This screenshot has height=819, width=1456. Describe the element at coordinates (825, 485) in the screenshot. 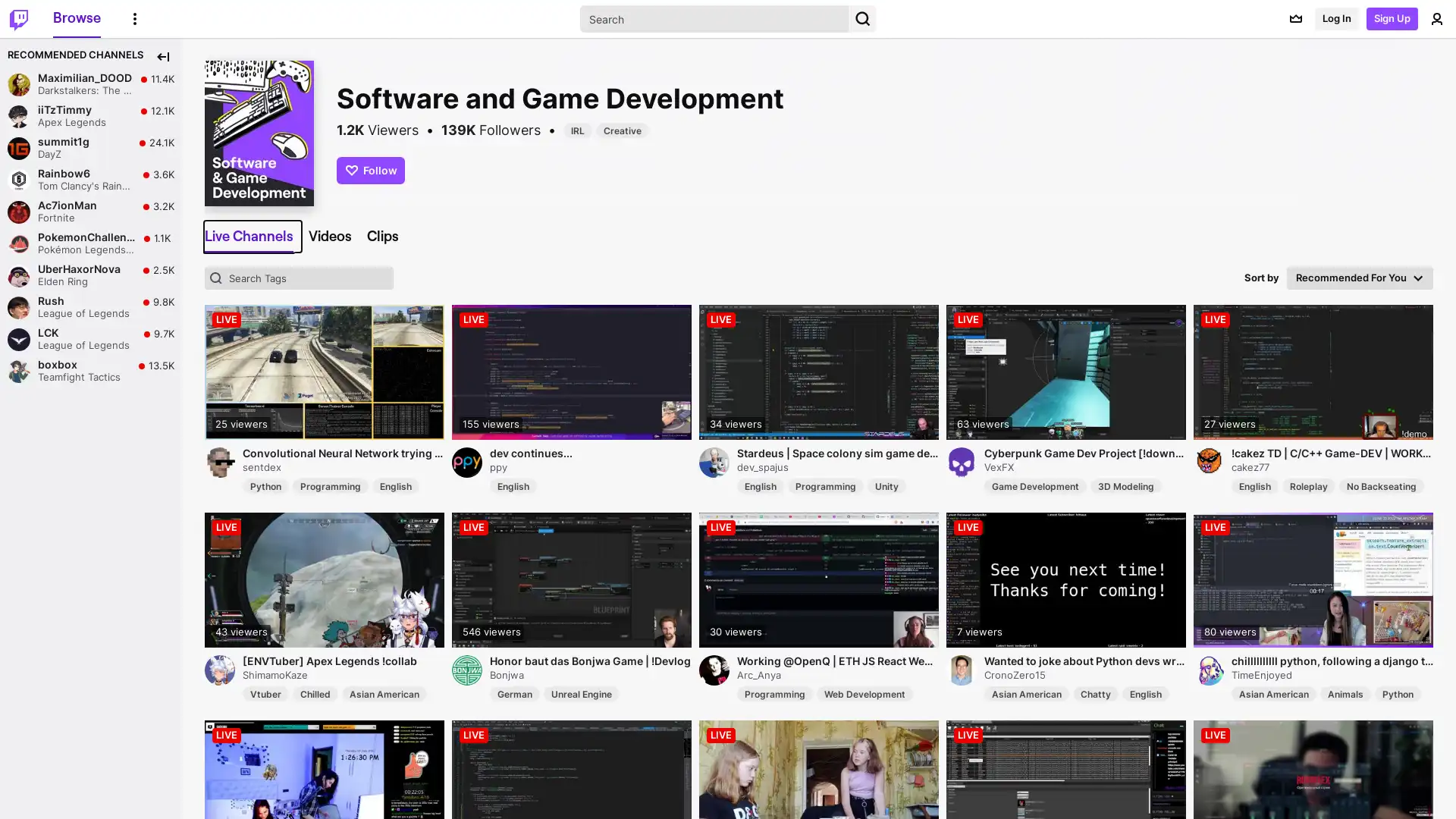

I see `Programming` at that location.